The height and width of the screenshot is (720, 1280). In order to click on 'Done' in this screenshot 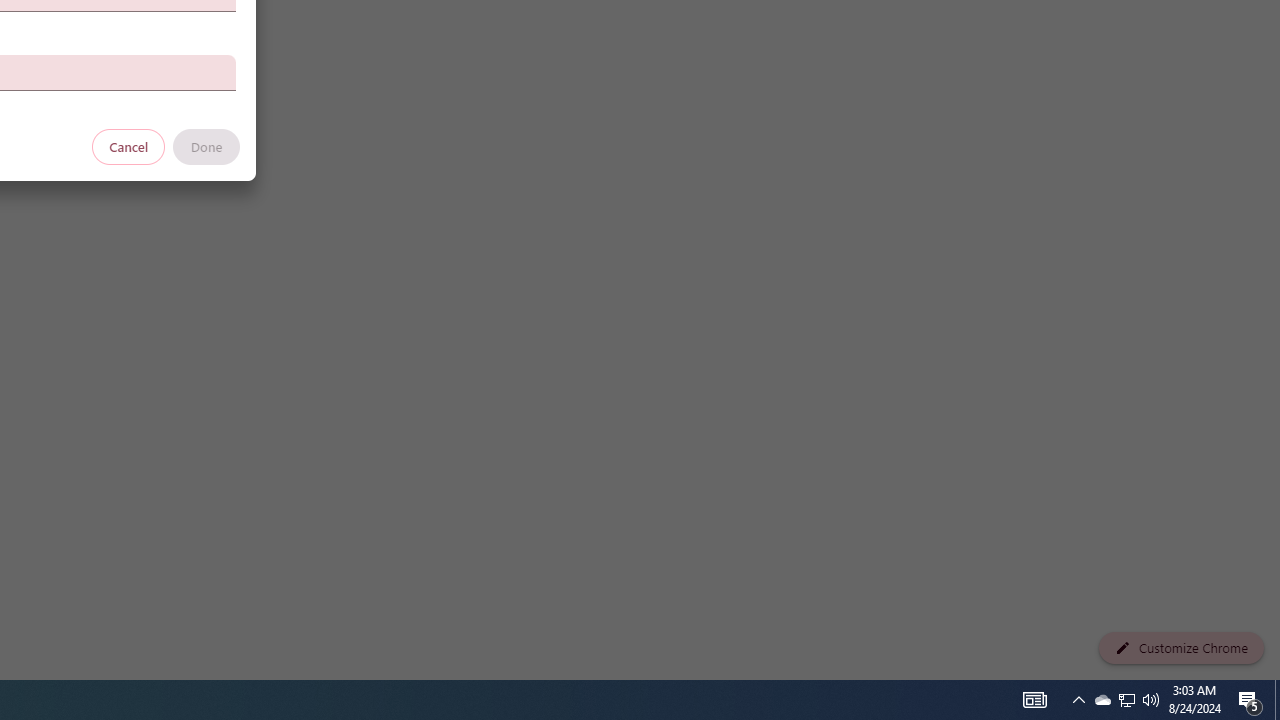, I will do `click(206, 145)`.